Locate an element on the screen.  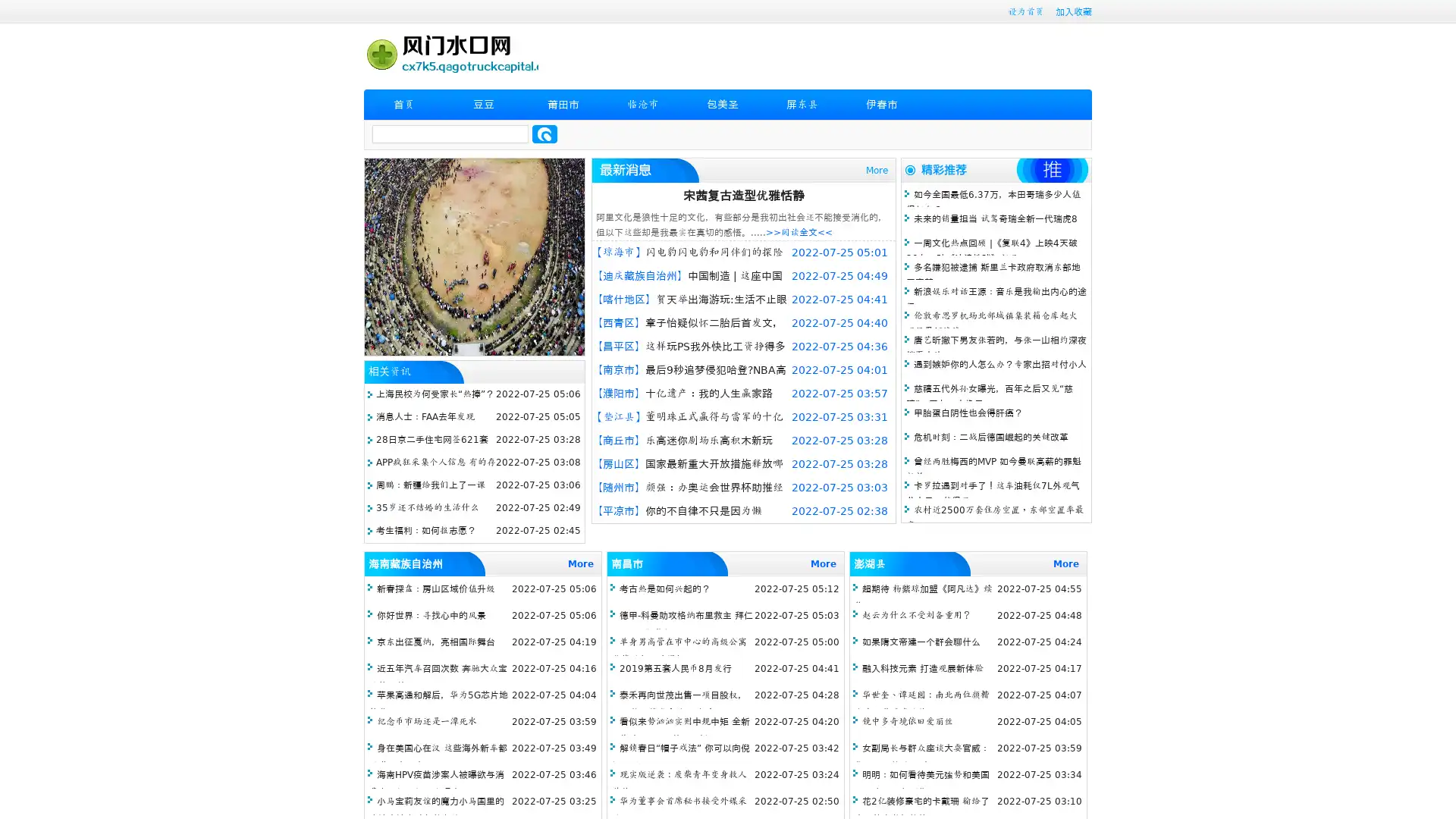
Search is located at coordinates (544, 133).